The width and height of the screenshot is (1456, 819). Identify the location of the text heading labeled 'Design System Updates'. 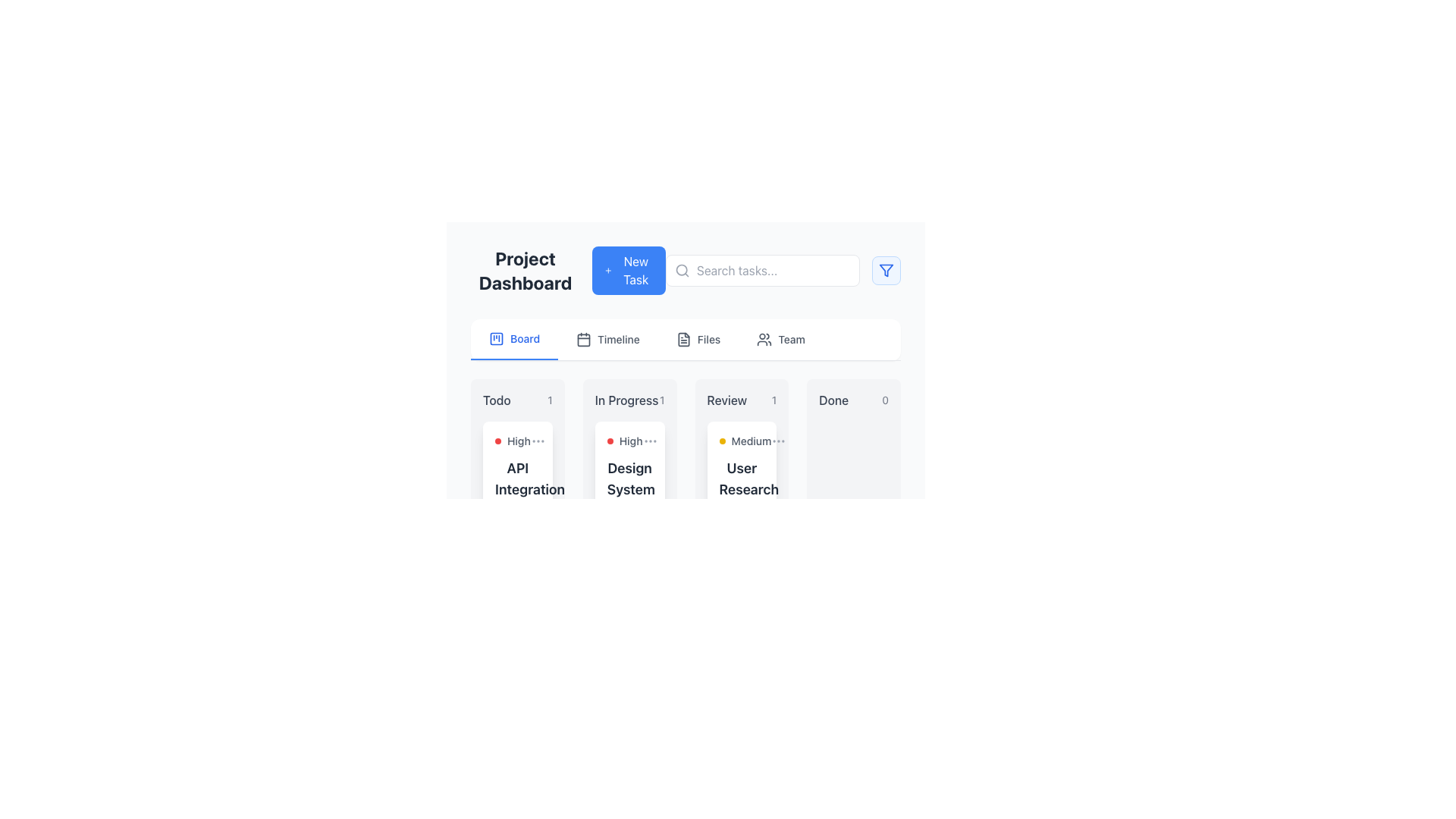
(629, 489).